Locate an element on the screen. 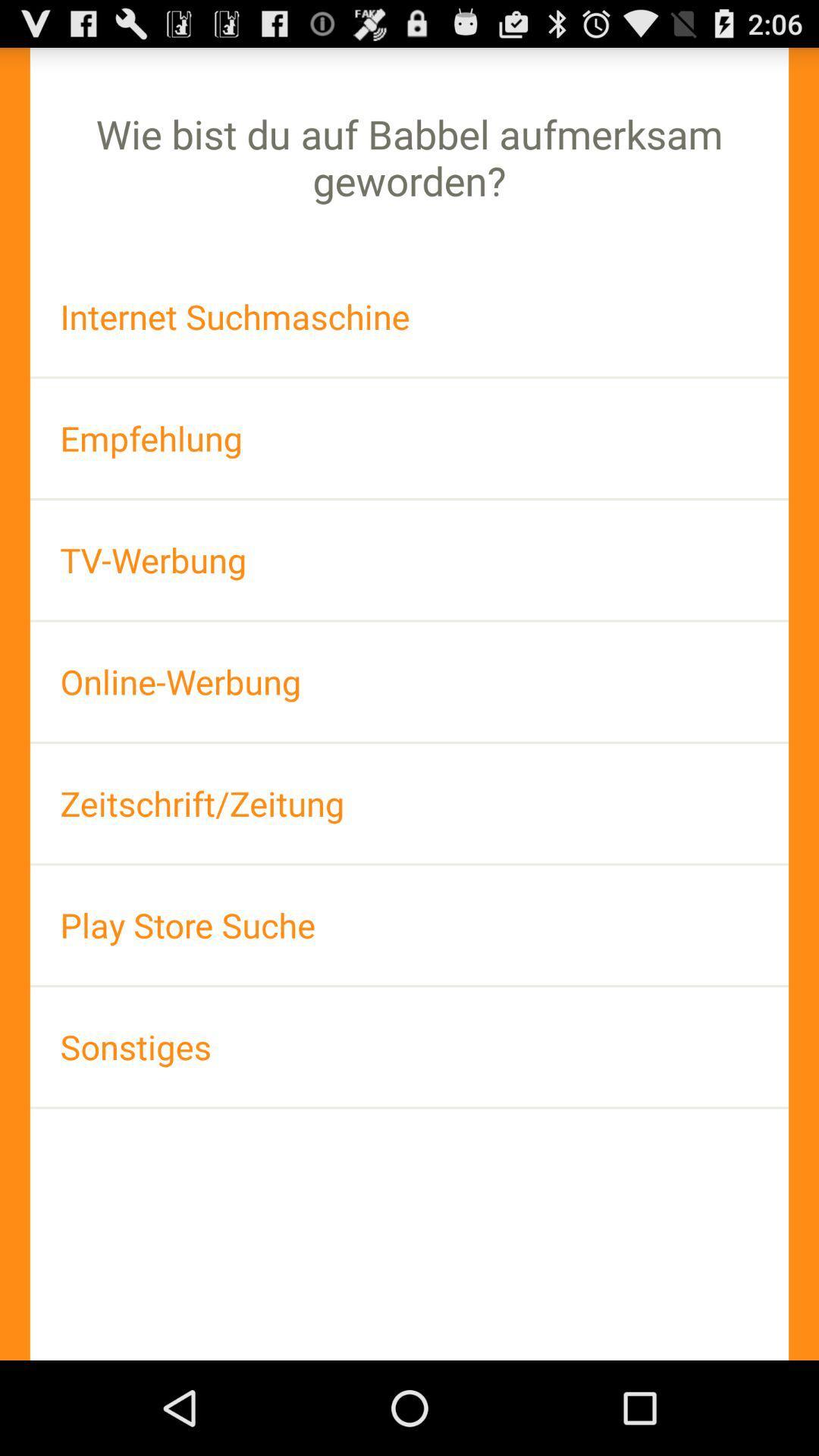 The height and width of the screenshot is (1456, 819). icon below the online-werbung is located at coordinates (409, 802).